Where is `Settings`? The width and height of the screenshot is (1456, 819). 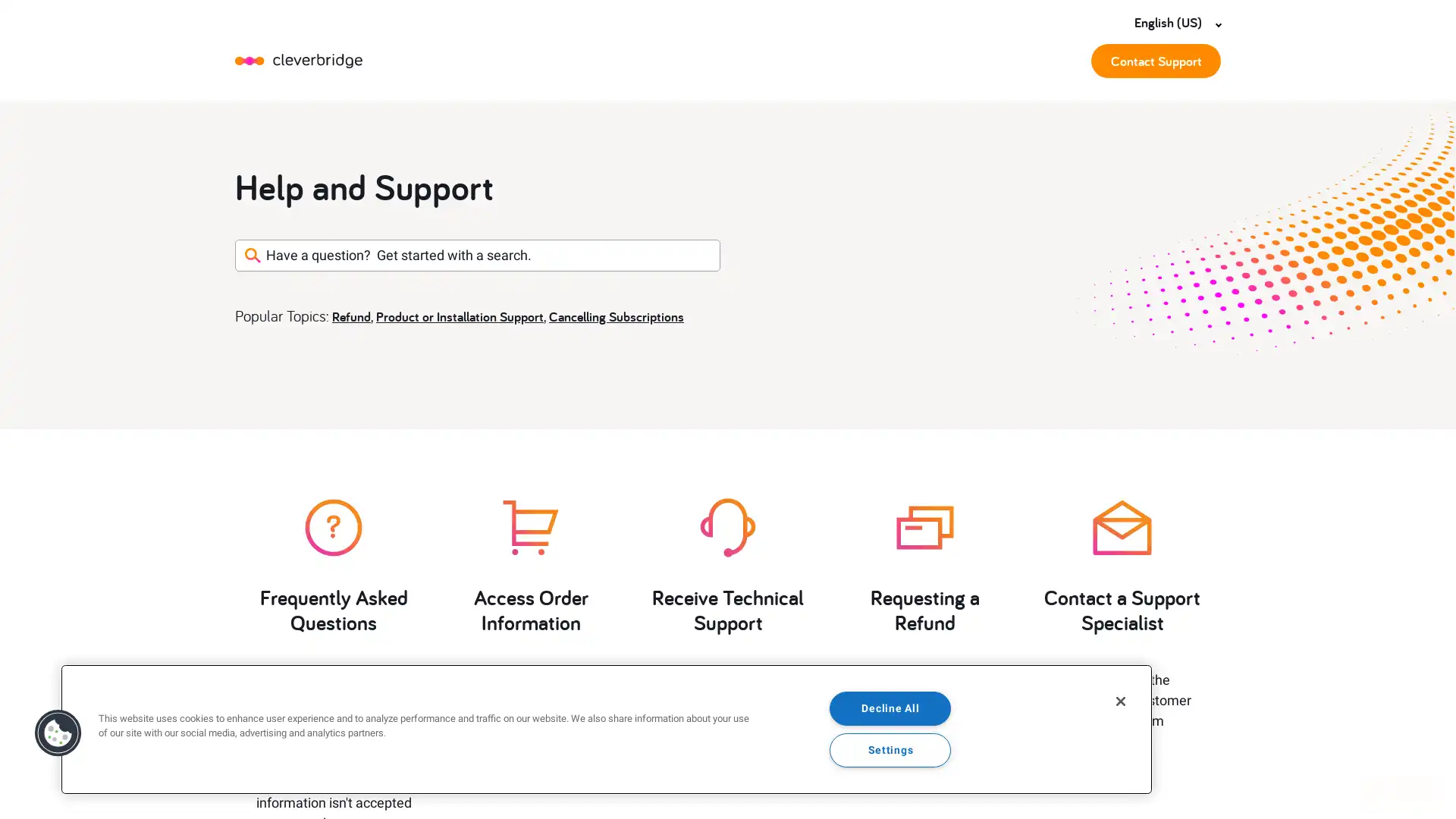
Settings is located at coordinates (890, 748).